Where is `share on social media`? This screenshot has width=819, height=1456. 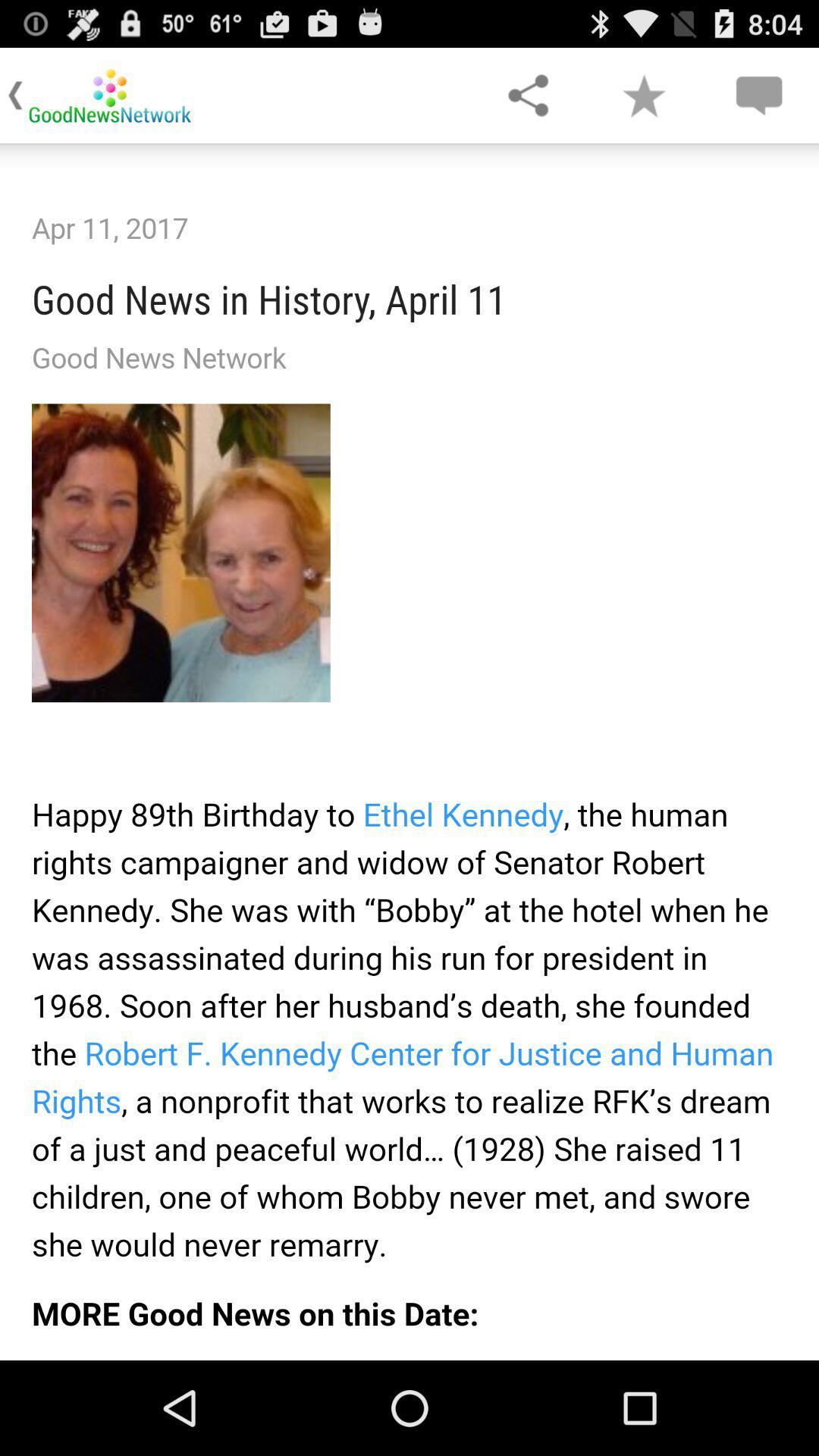
share on social media is located at coordinates (527, 94).